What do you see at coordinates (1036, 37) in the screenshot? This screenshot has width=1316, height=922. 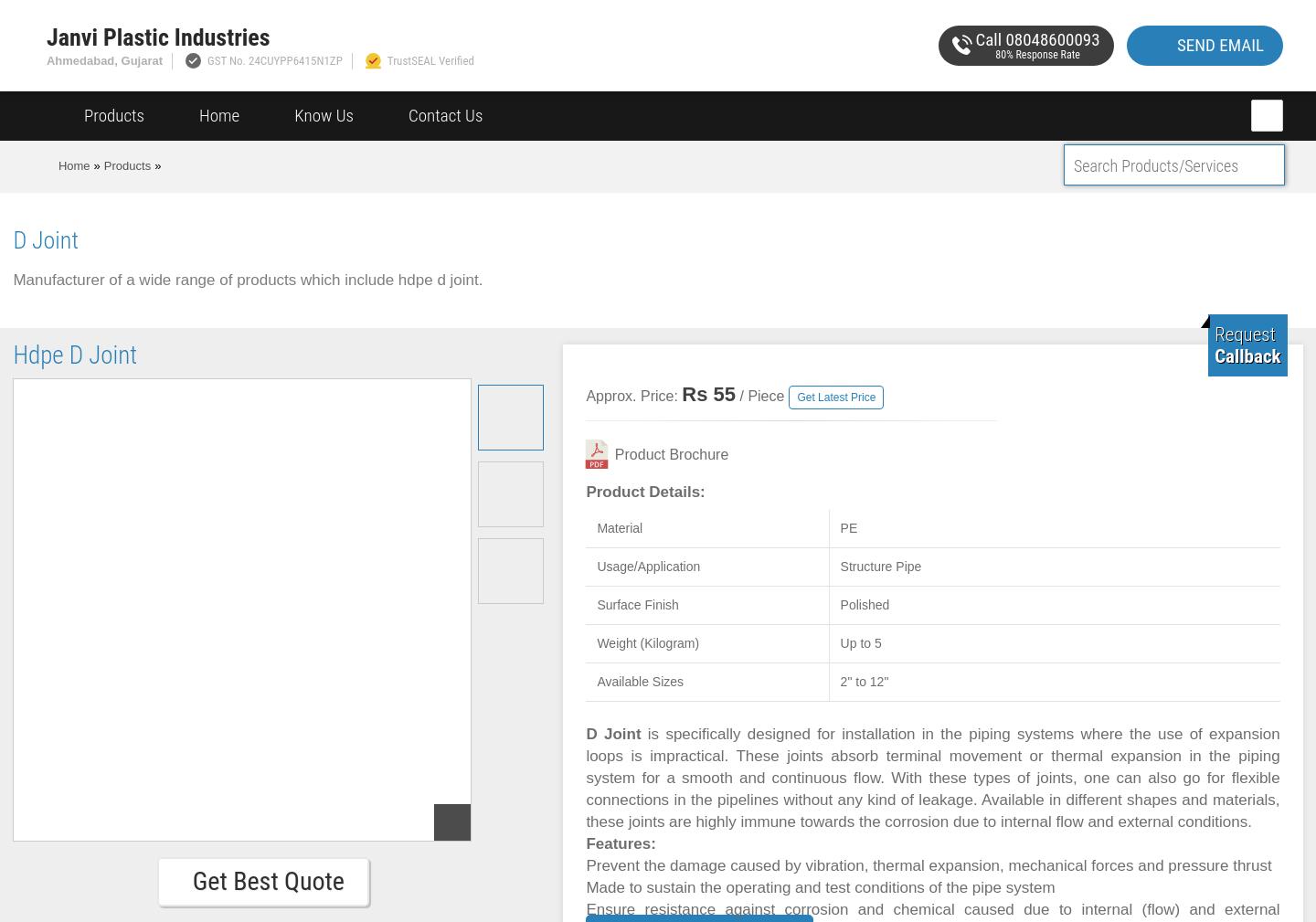 I see `'Call 08048600093'` at bounding box center [1036, 37].